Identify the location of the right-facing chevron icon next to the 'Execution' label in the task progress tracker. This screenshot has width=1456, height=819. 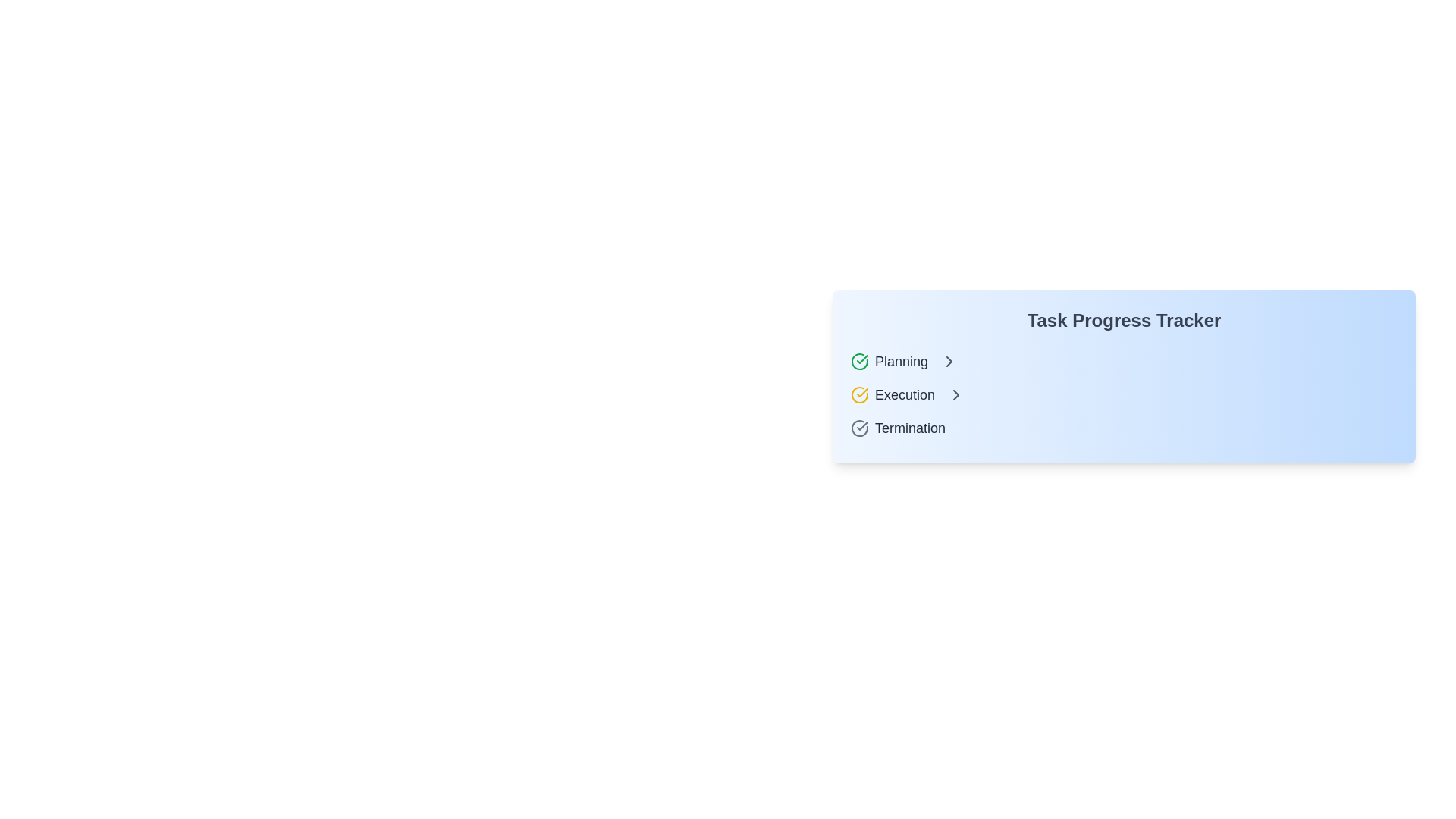
(955, 394).